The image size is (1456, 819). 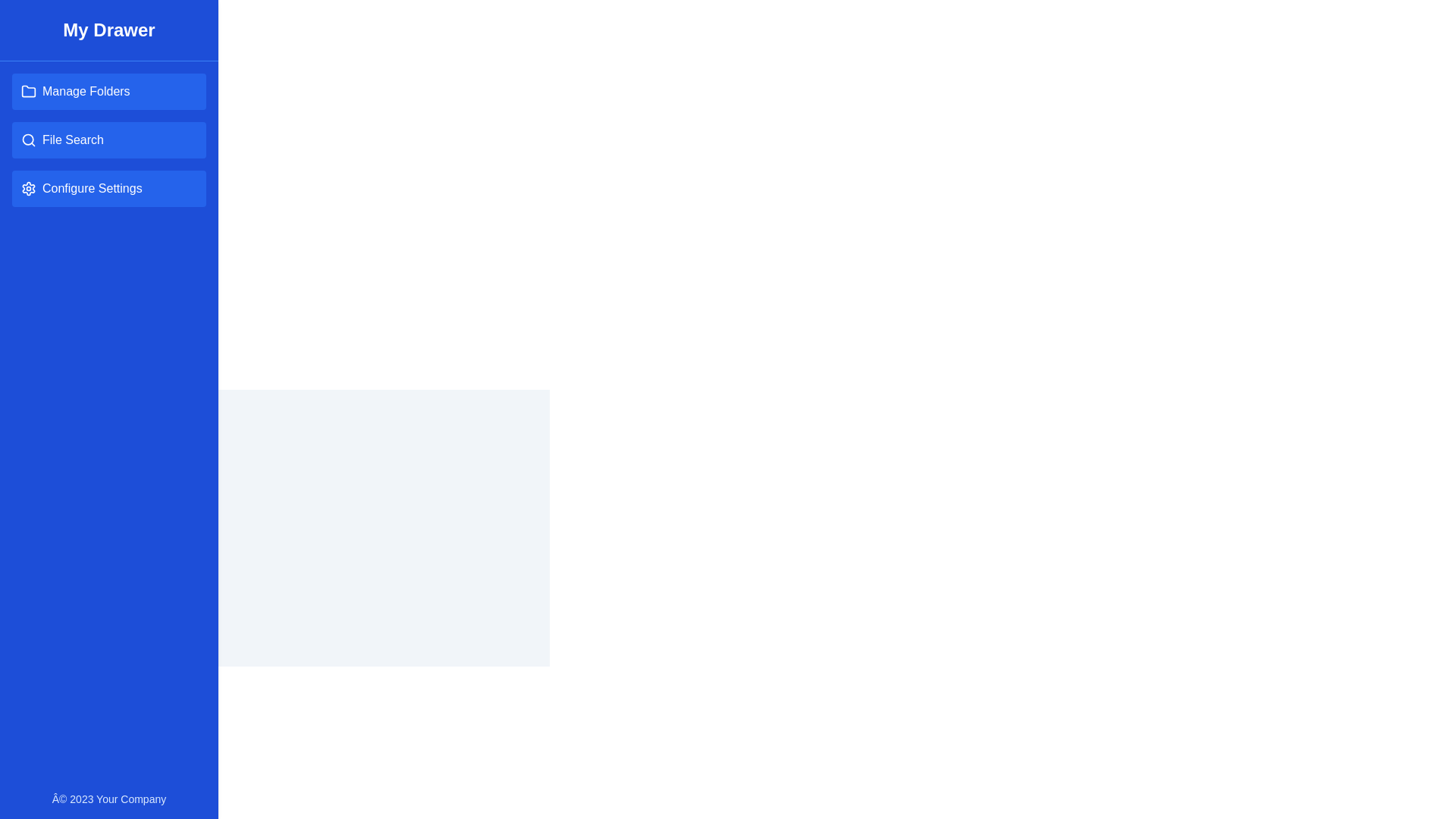 I want to click on the navigation item Configure Settings in the drawer, so click(x=108, y=188).